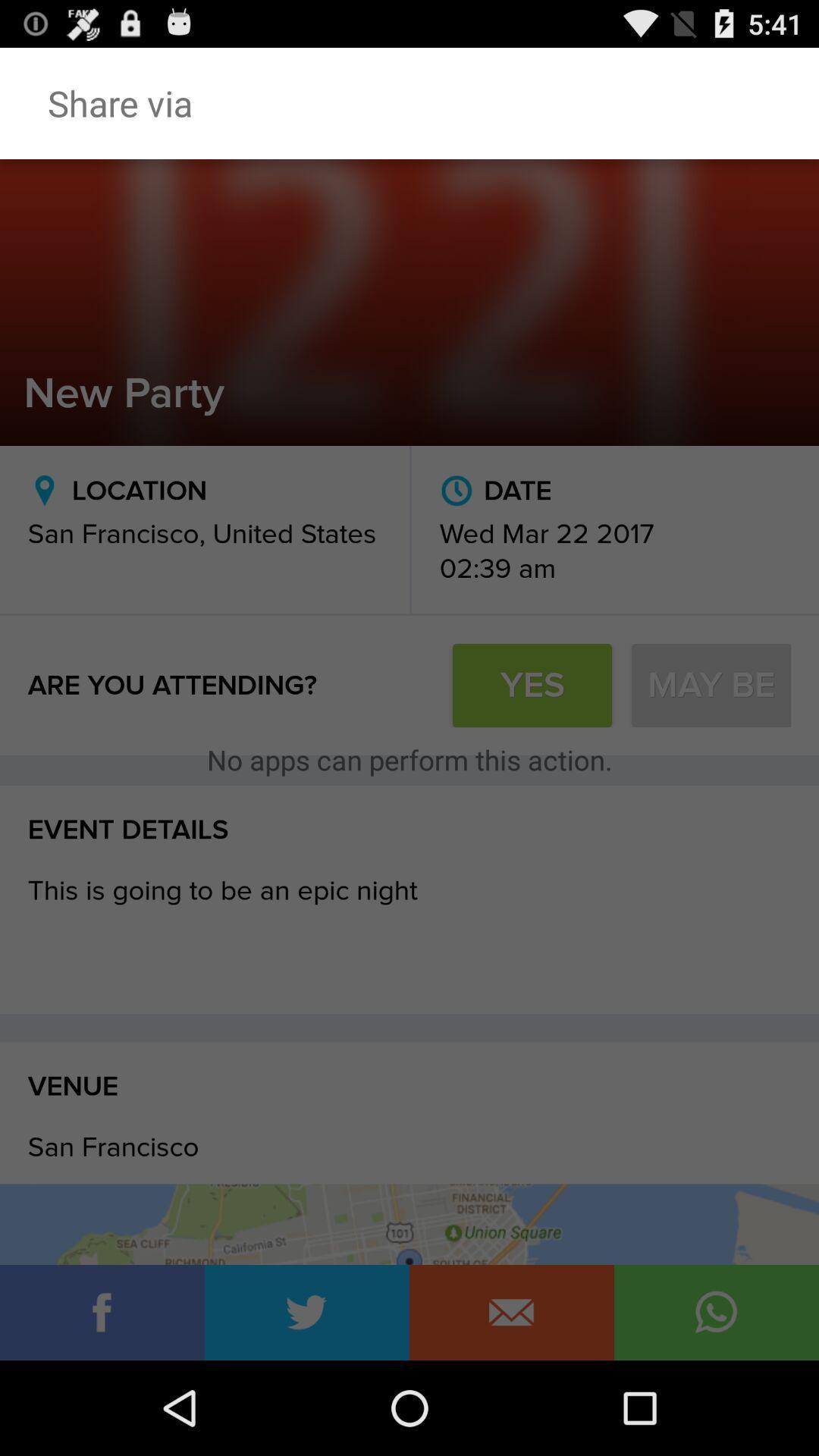  I want to click on the info icon, so click(102, 1411).